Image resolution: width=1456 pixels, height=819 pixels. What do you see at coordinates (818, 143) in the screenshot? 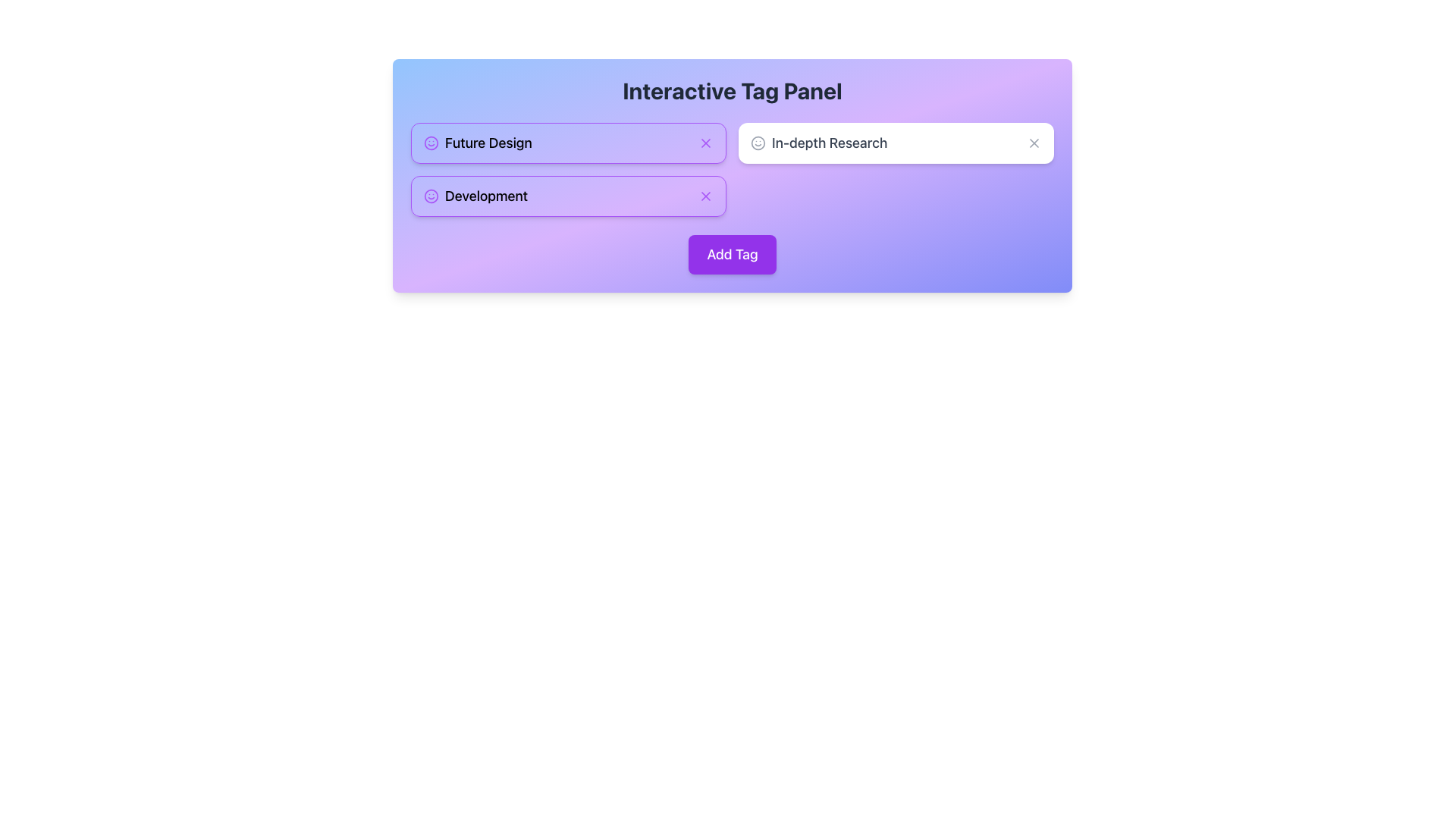
I see `the Text Label with Icon that contains a smiley icon and the text 'In-depth Research', located in the top-right section adjacent to 'Future Design' and 'Development' tags` at bounding box center [818, 143].